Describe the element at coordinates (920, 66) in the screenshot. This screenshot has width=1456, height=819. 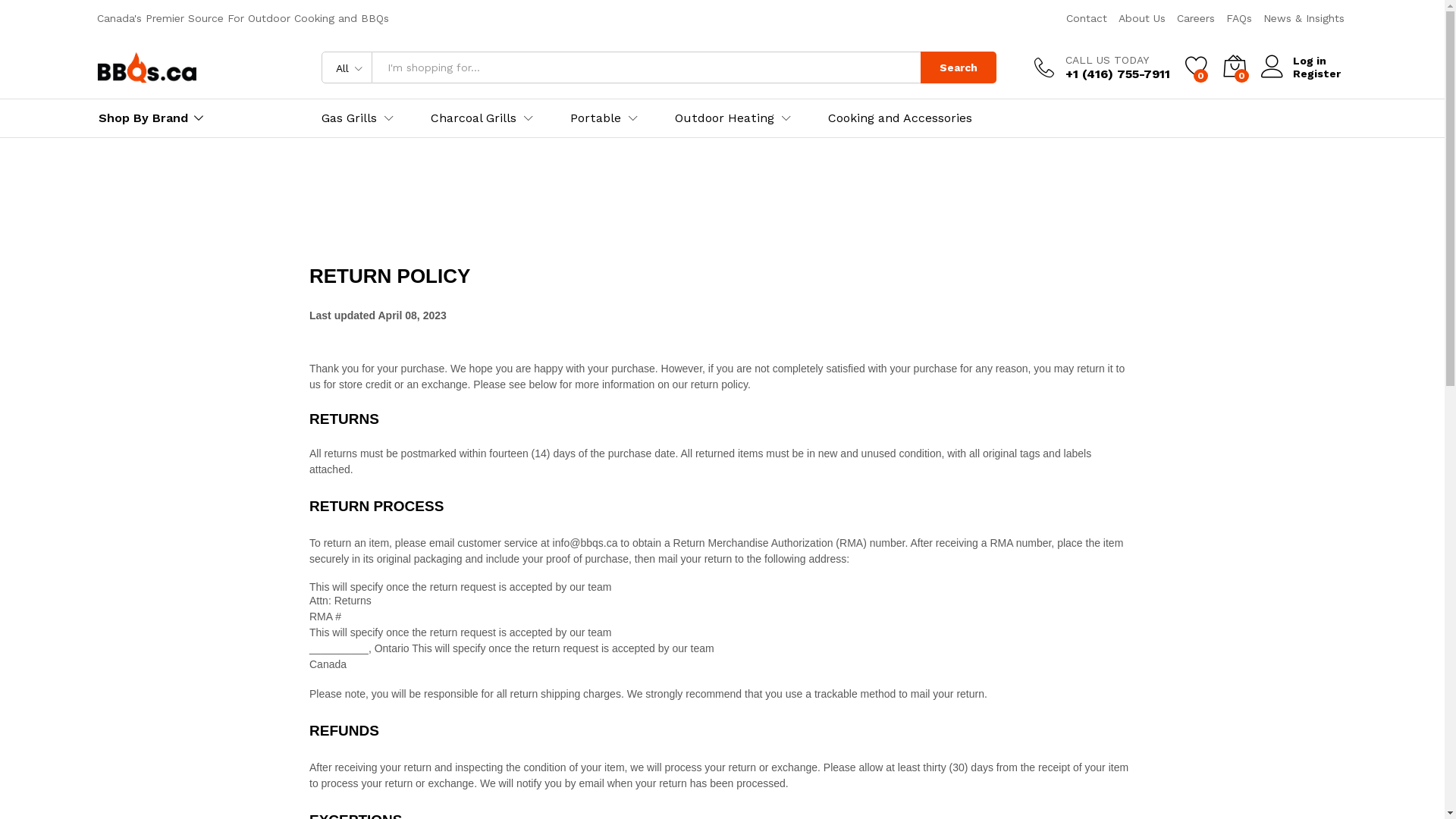
I see `'Search'` at that location.